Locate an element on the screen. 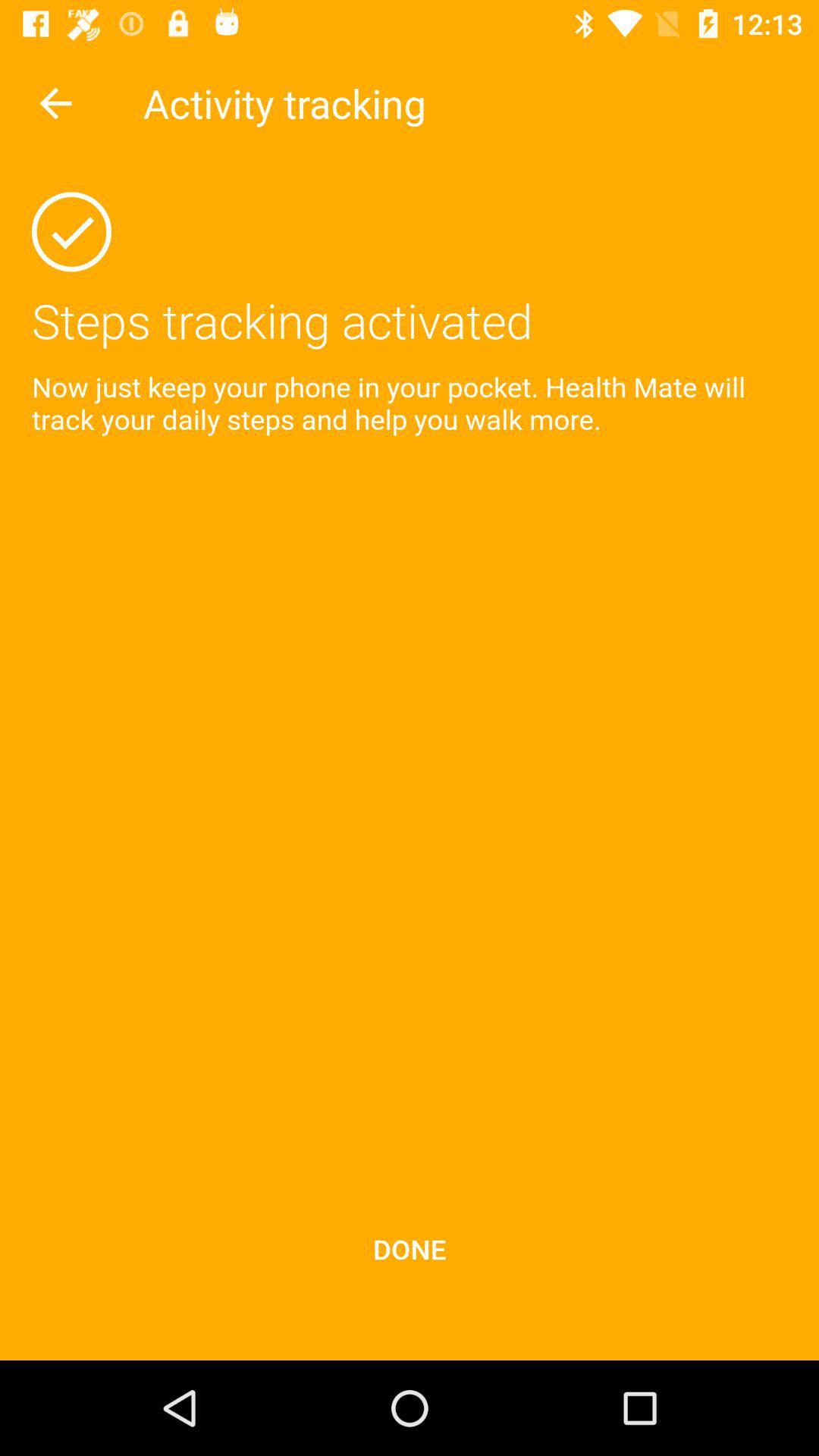 Image resolution: width=819 pixels, height=1456 pixels. the icon below now just keep item is located at coordinates (409, 1248).